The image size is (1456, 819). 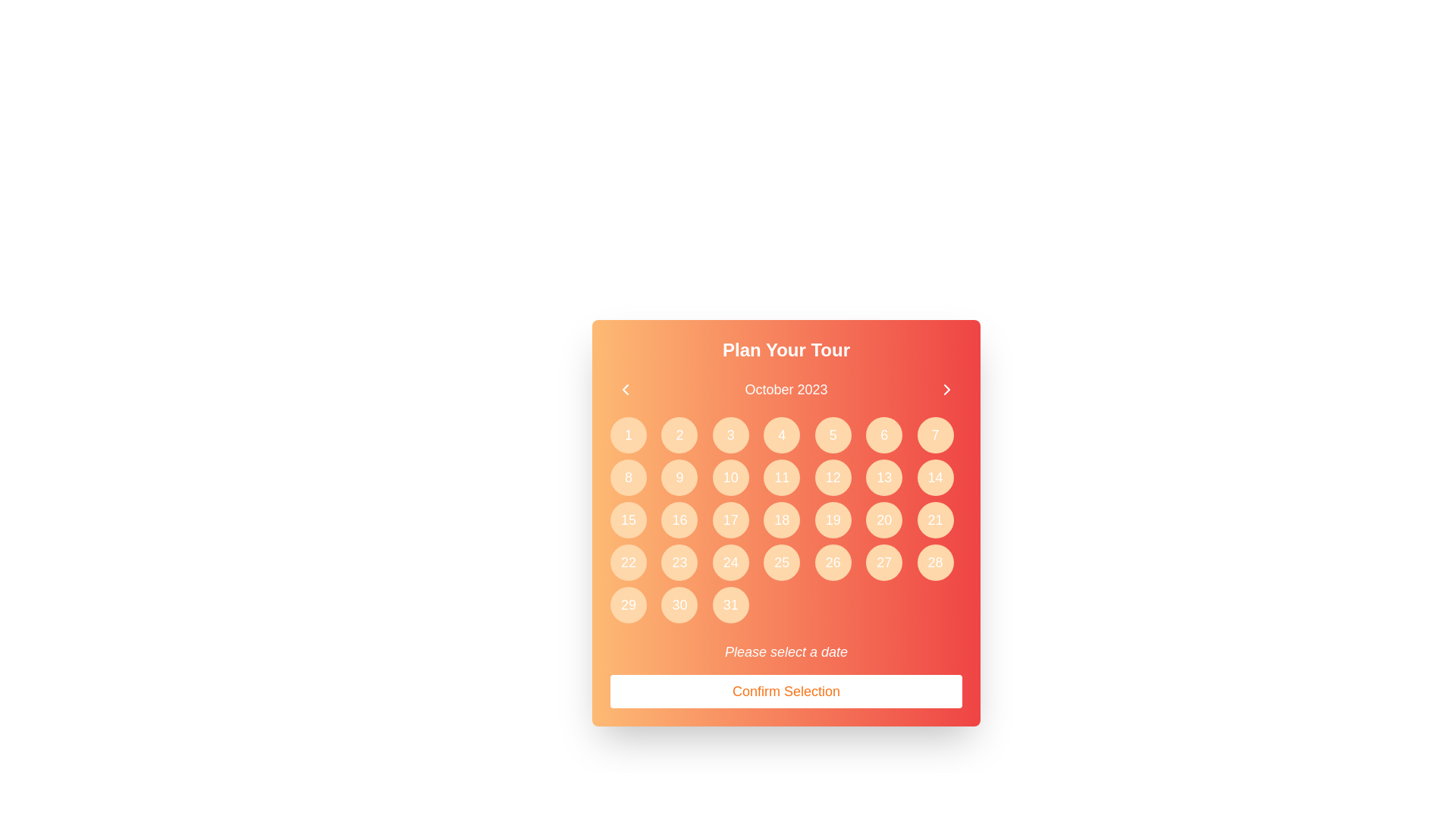 I want to click on the selectable day button in the calendar interface, which is the 25th item located in the fourth column and fourth row of the grid, so click(x=782, y=562).